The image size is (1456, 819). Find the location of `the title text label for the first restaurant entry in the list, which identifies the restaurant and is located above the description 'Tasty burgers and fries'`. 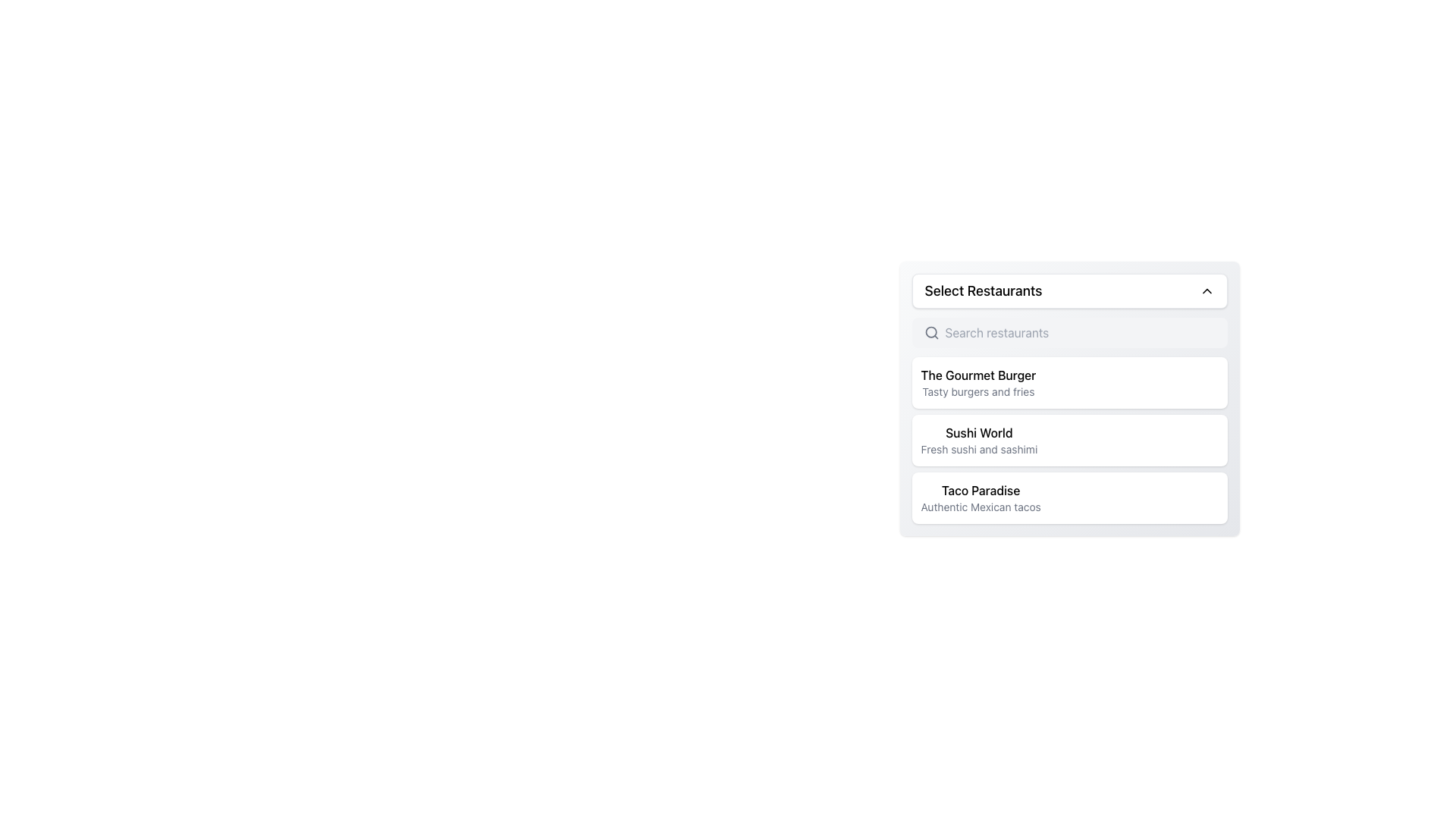

the title text label for the first restaurant entry in the list, which identifies the restaurant and is located above the description 'Tasty burgers and fries' is located at coordinates (978, 375).